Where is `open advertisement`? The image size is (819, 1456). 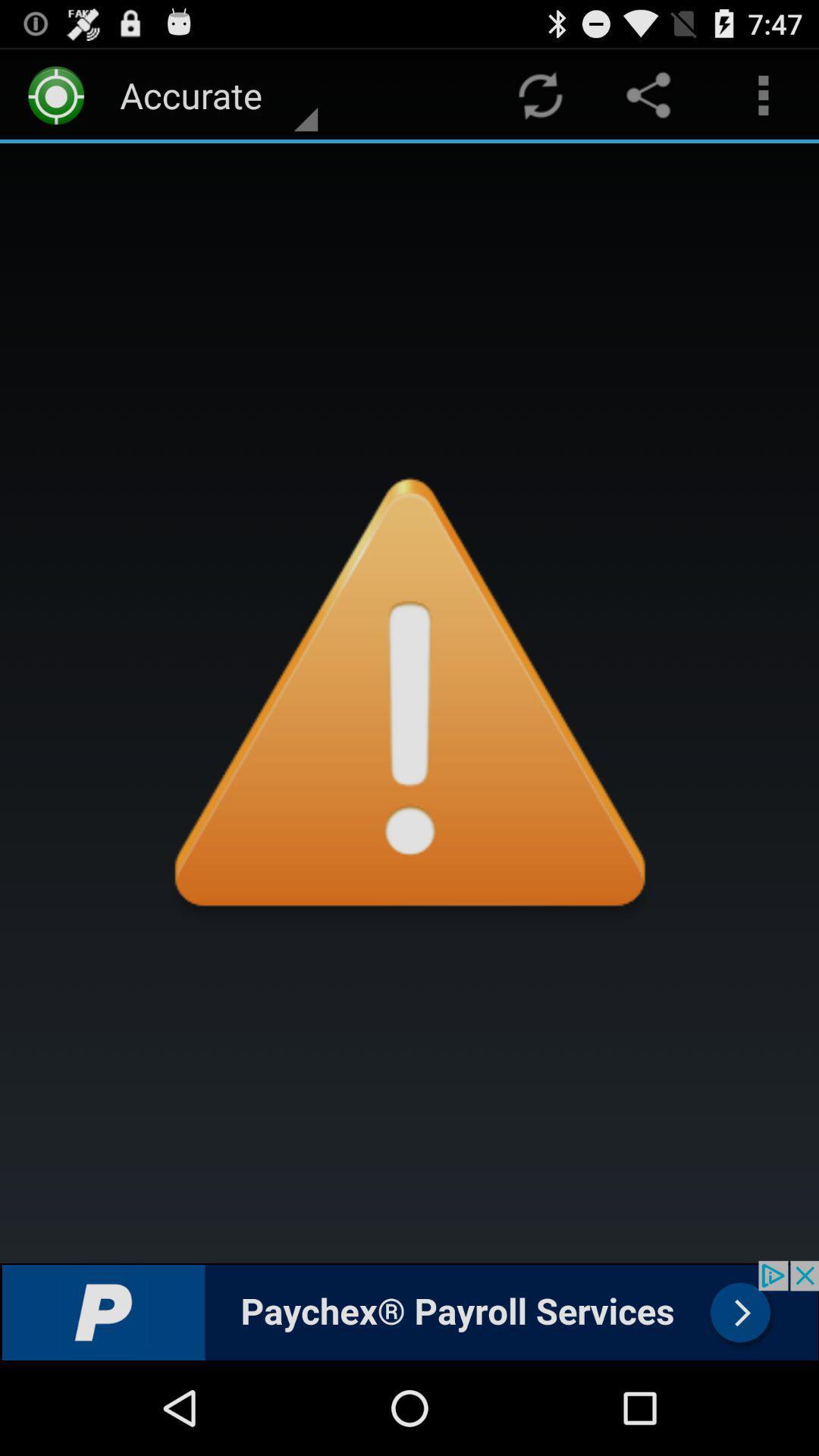
open advertisement is located at coordinates (409, 1310).